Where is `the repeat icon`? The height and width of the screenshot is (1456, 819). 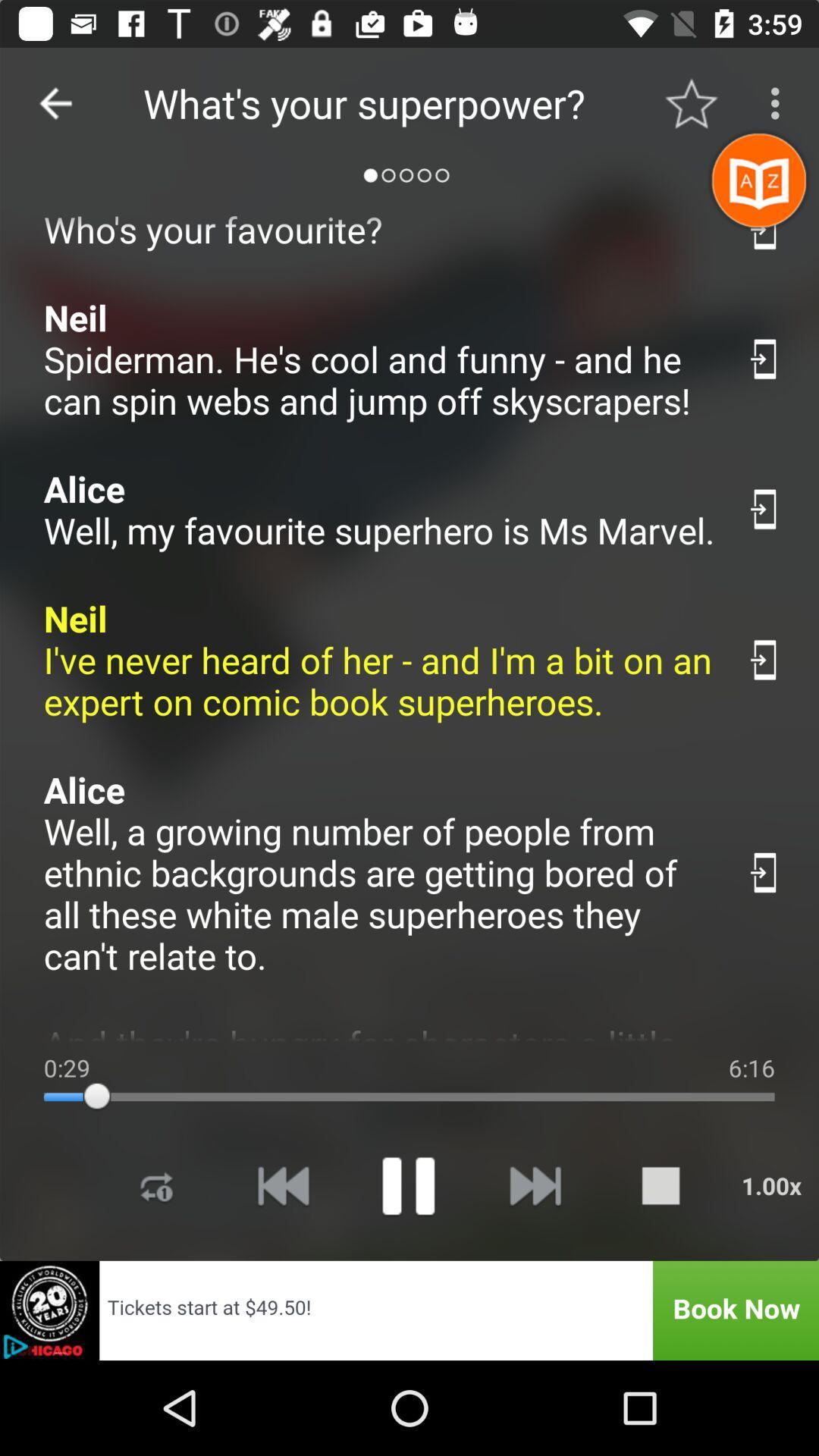 the repeat icon is located at coordinates (157, 1185).